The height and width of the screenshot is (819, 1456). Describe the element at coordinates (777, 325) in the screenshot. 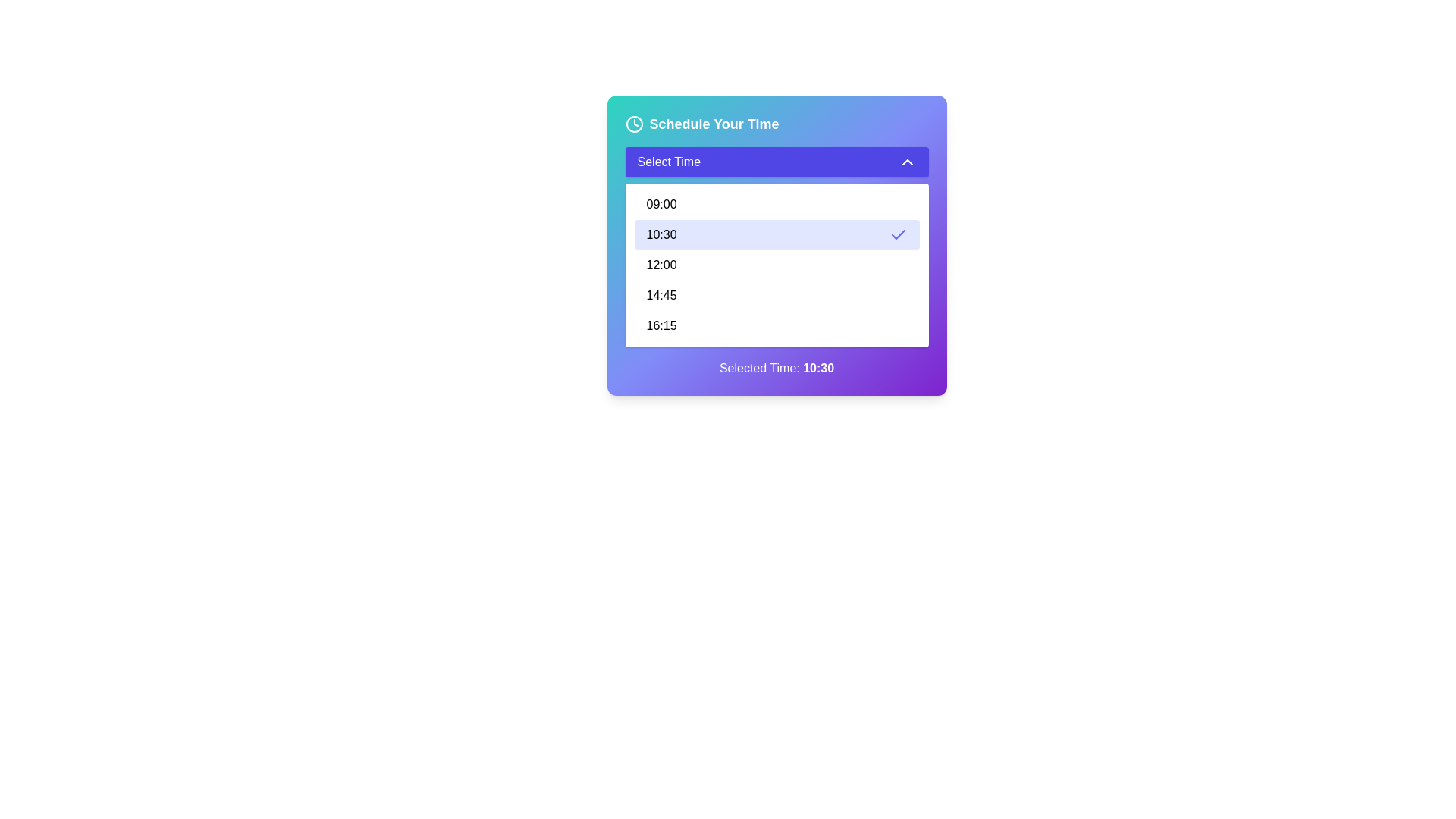

I see `the list item displaying '16:15' in the dropdown menu` at that location.